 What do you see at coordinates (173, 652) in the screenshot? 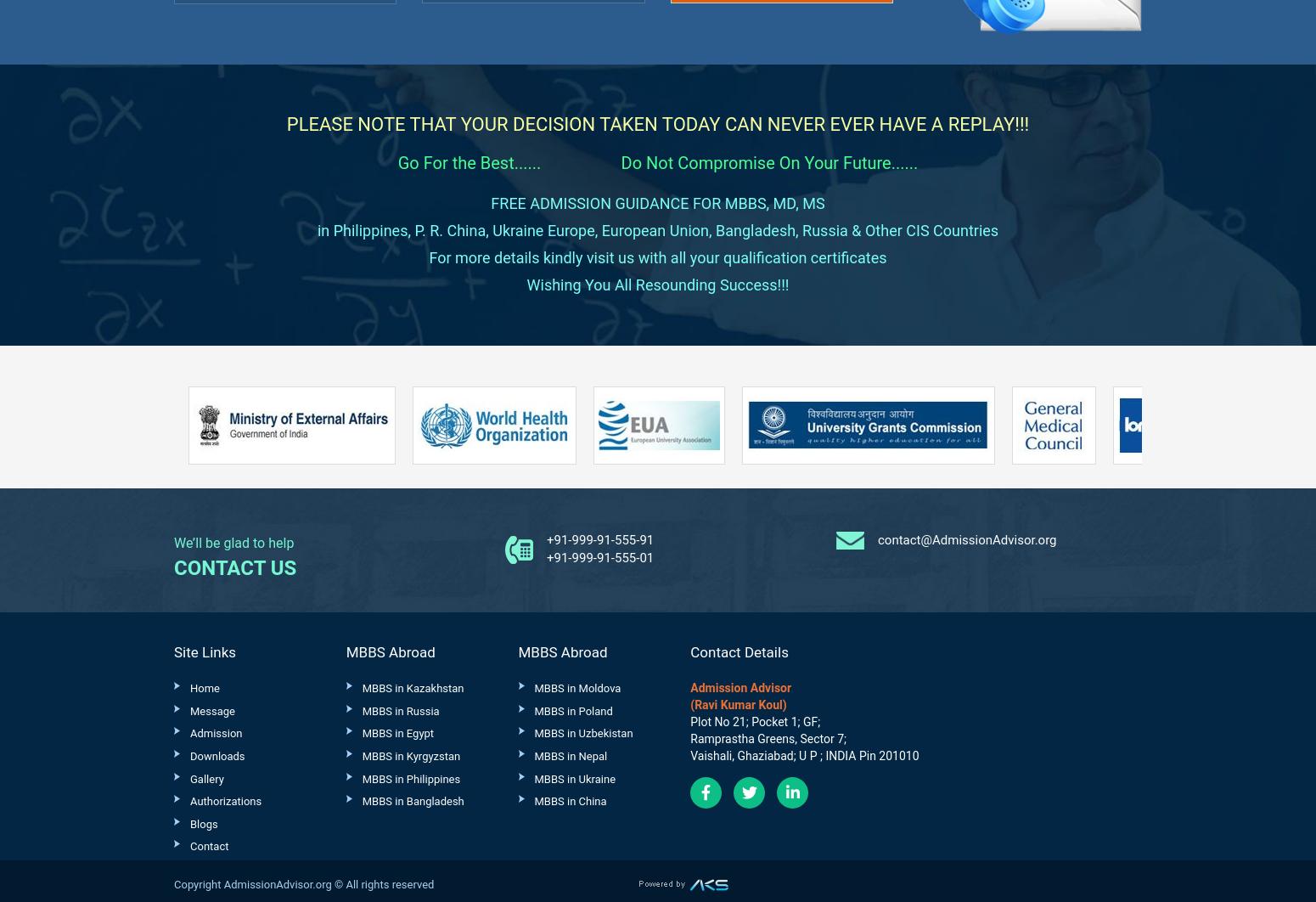
I see `'Site Links'` at bounding box center [173, 652].